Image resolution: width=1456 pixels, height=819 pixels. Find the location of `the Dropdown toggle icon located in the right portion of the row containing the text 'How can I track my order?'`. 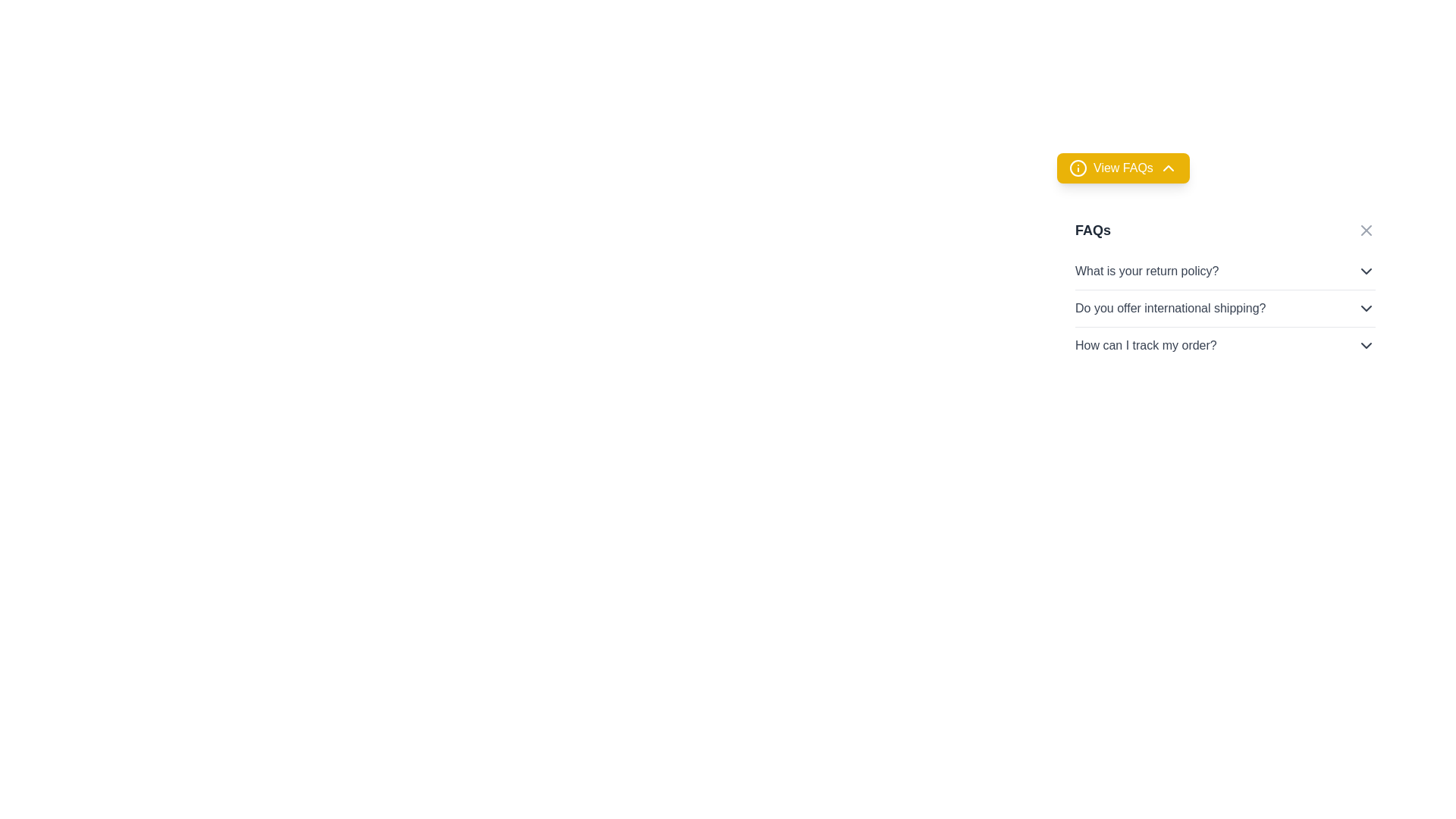

the Dropdown toggle icon located in the right portion of the row containing the text 'How can I track my order?' is located at coordinates (1366, 345).